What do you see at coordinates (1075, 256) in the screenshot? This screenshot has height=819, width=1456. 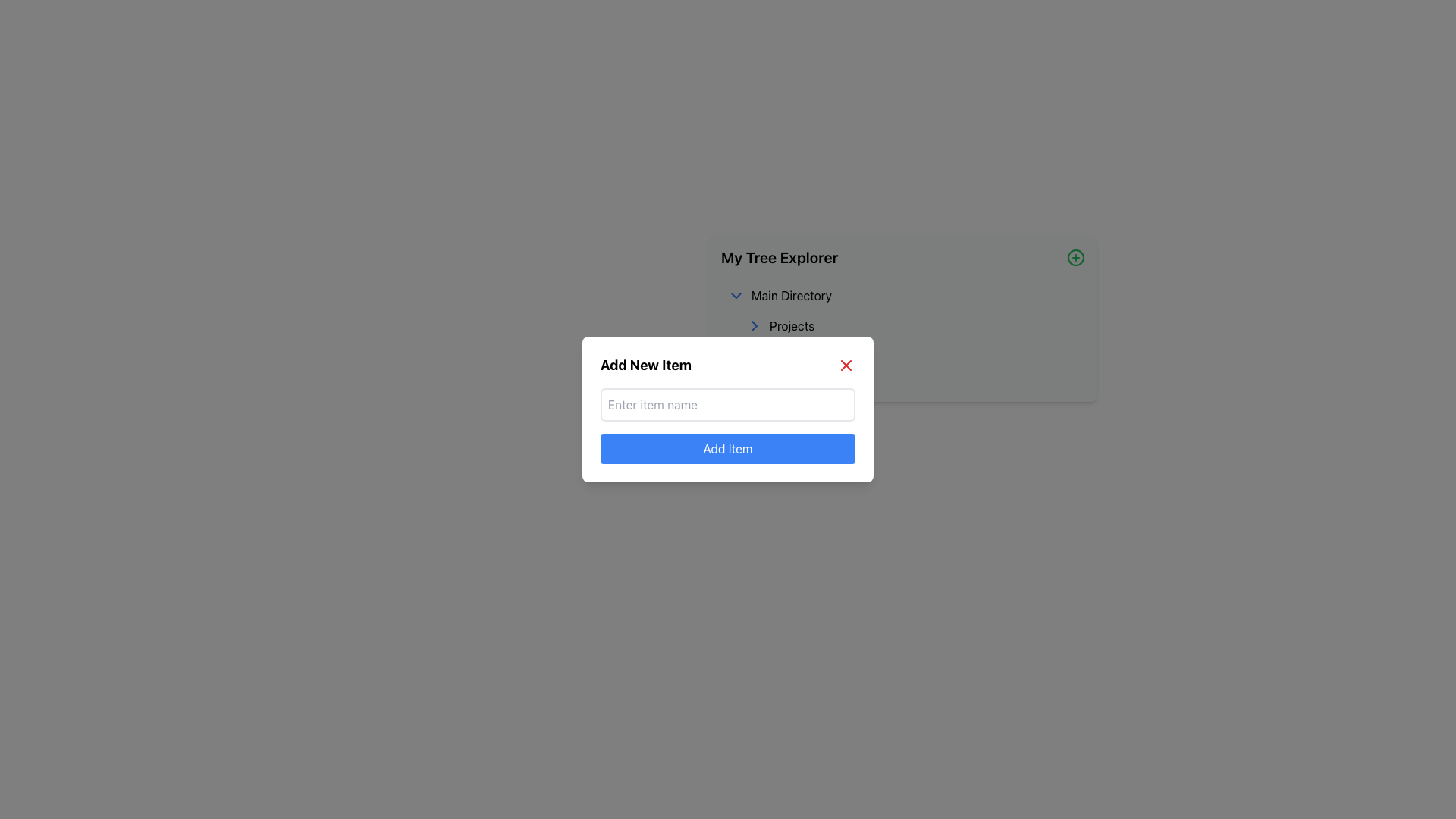 I see `the circular add button with a green stroke and plus sign located at the top-right corner of the 'My Tree Explorer' card` at bounding box center [1075, 256].